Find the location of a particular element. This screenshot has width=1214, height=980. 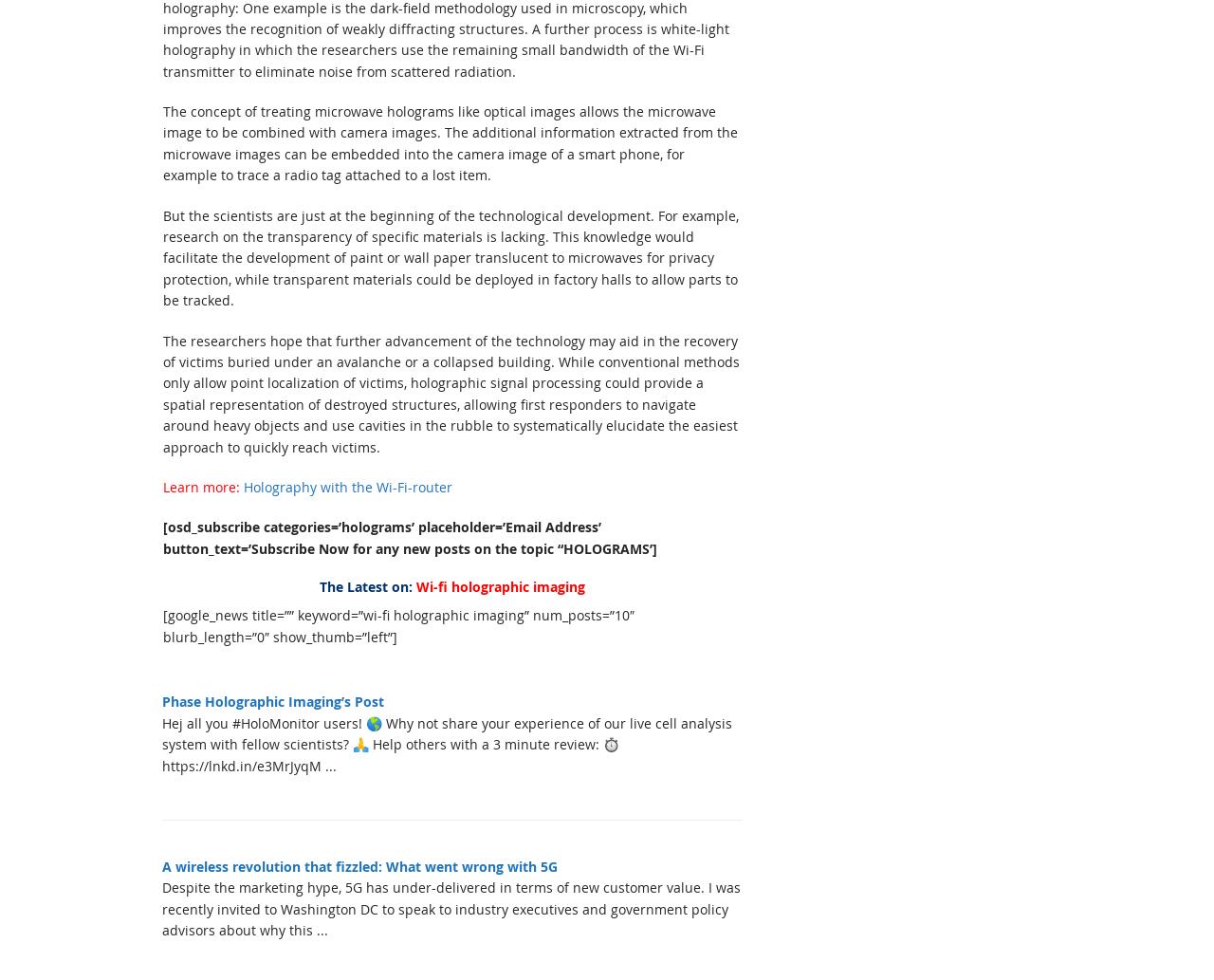

'Wi-fi holographic imaging' is located at coordinates (501, 585).